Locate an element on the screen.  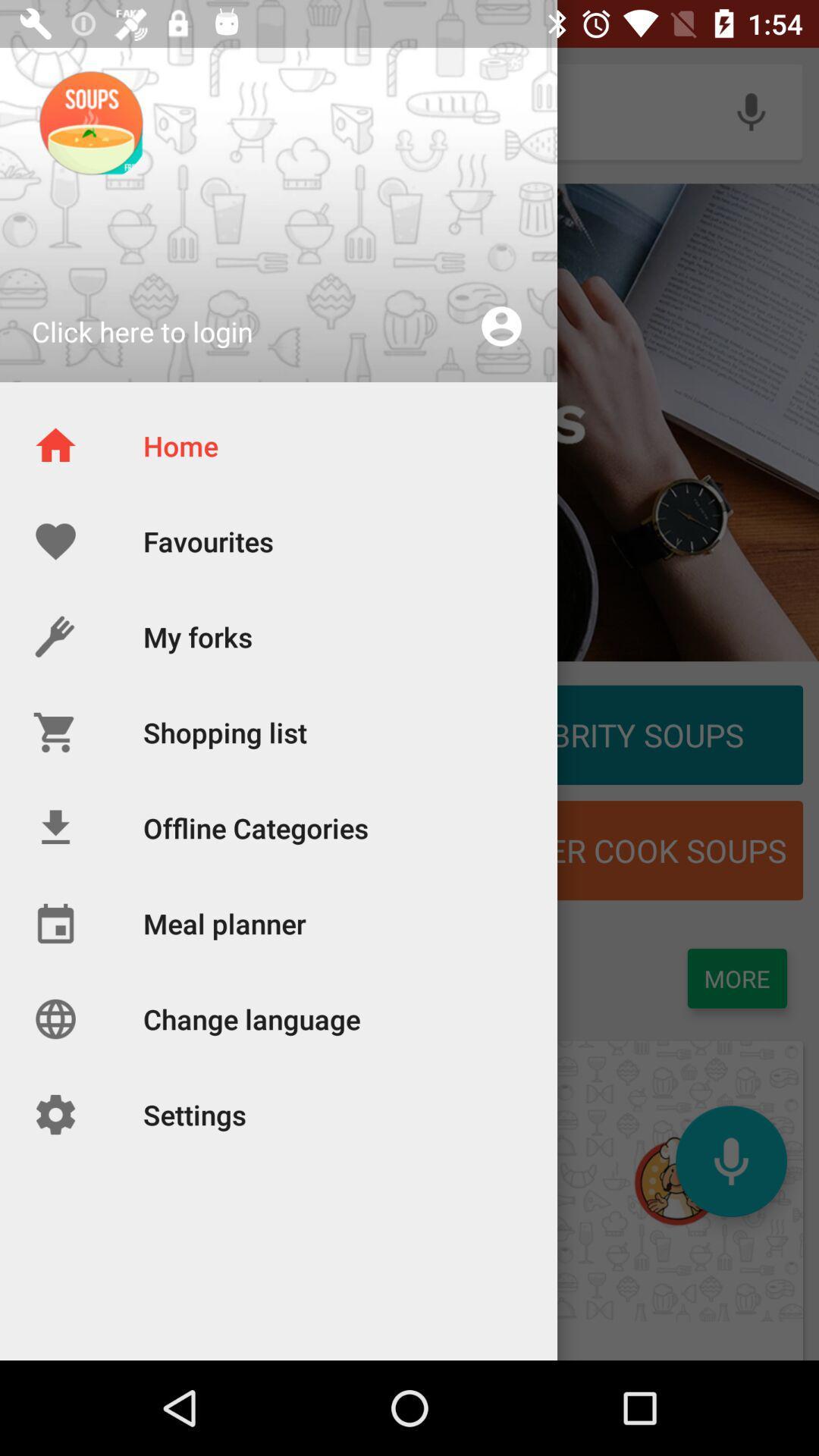
the microphone icon is located at coordinates (730, 1160).